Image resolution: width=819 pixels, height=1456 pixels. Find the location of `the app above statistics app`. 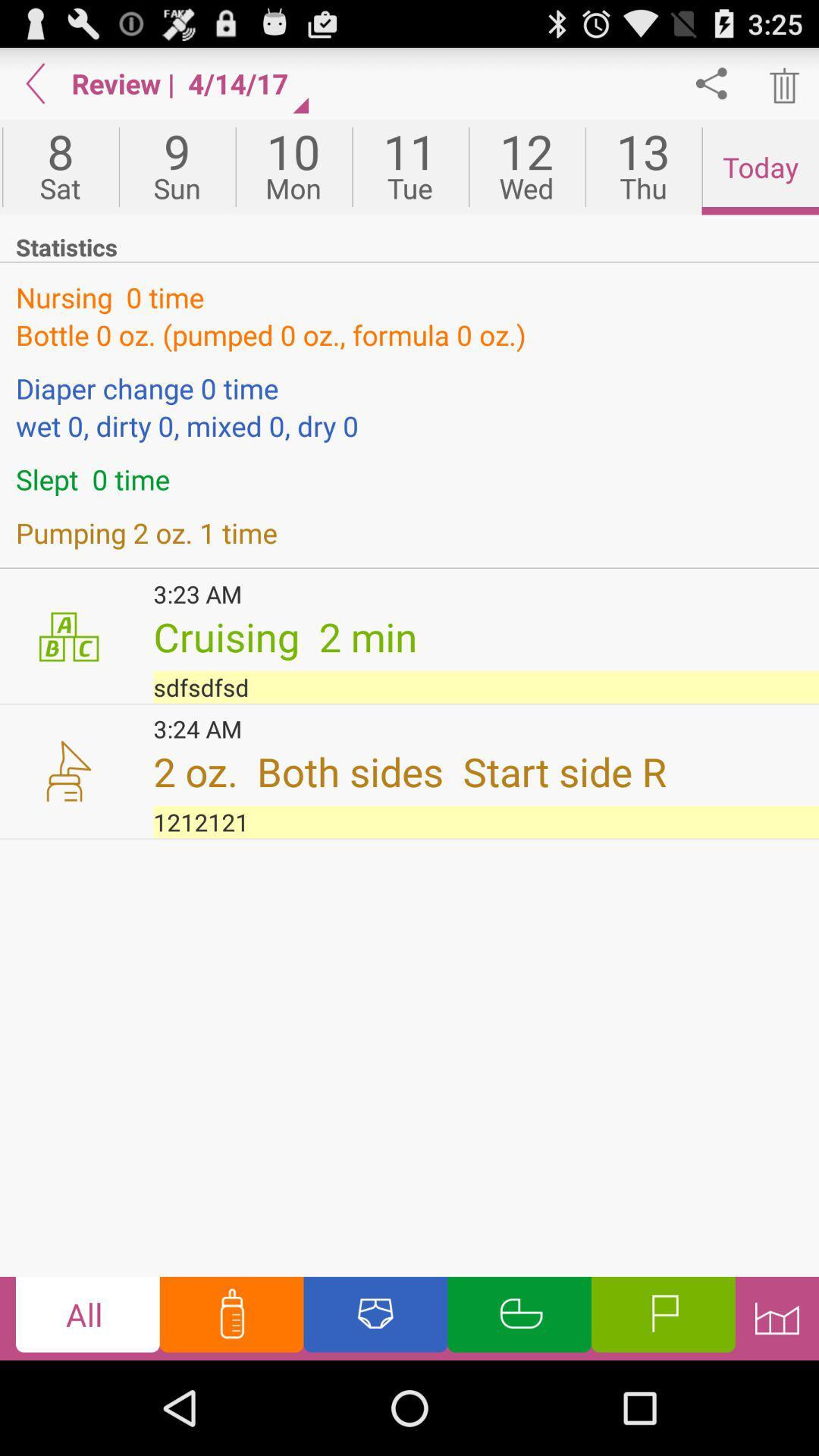

the app above statistics app is located at coordinates (526, 167).